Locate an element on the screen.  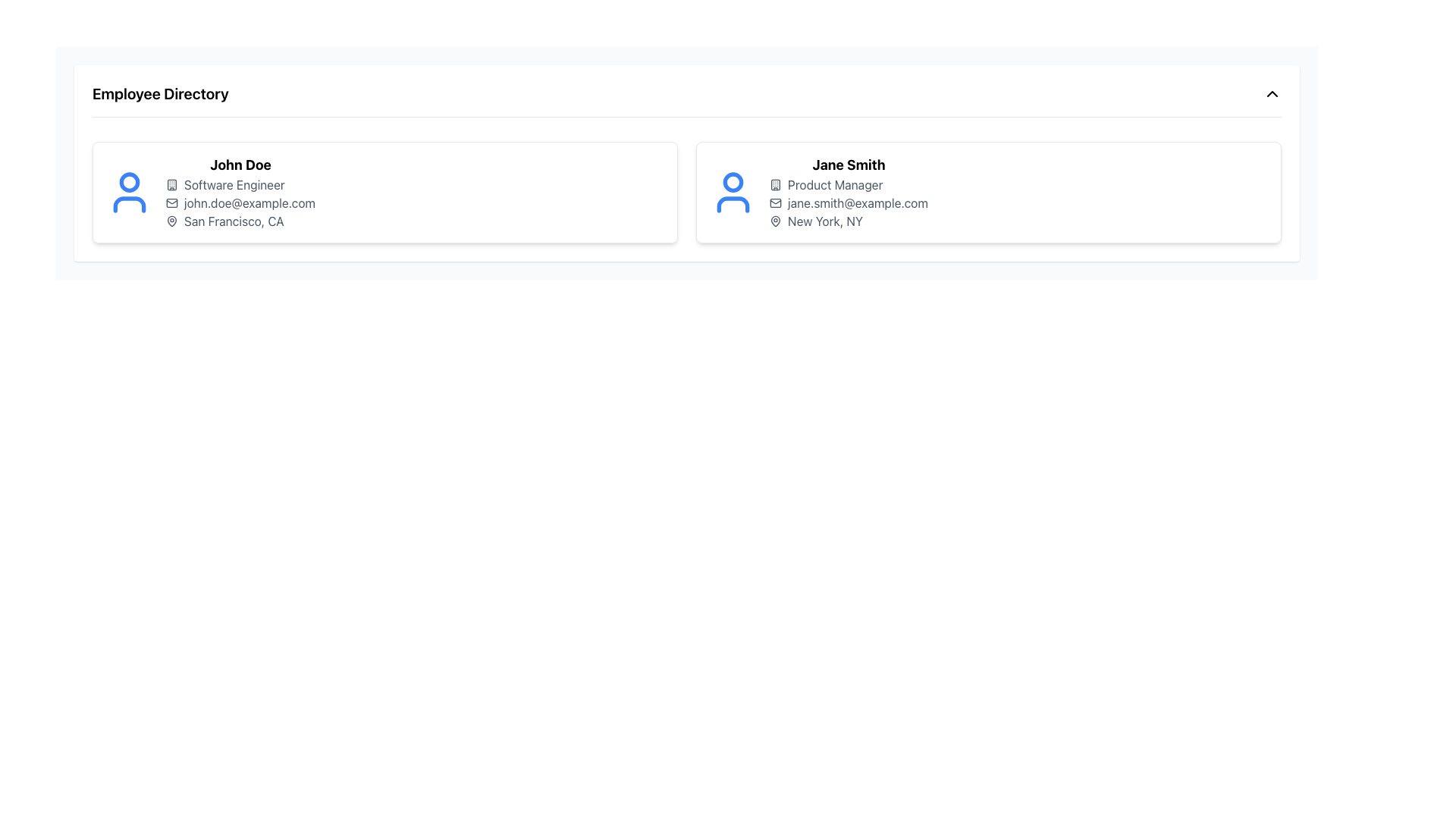
the outer curved shape of the SVG location pin icon located in Jane Smith's employee card, which is below her email address and adjacent to 'New York, NY' is located at coordinates (775, 221).